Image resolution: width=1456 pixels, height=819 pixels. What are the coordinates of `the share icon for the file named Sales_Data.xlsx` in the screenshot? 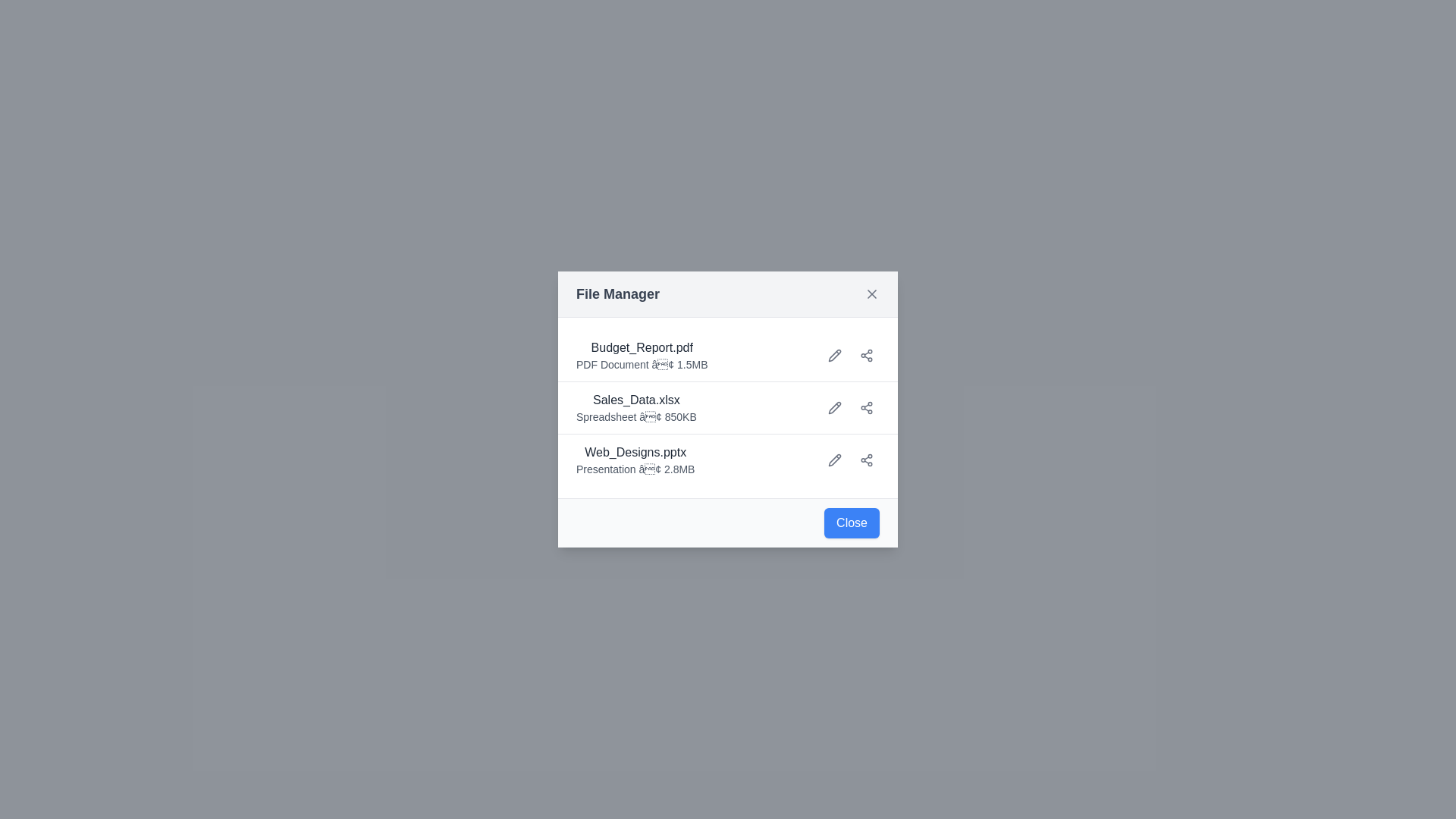 It's located at (866, 406).